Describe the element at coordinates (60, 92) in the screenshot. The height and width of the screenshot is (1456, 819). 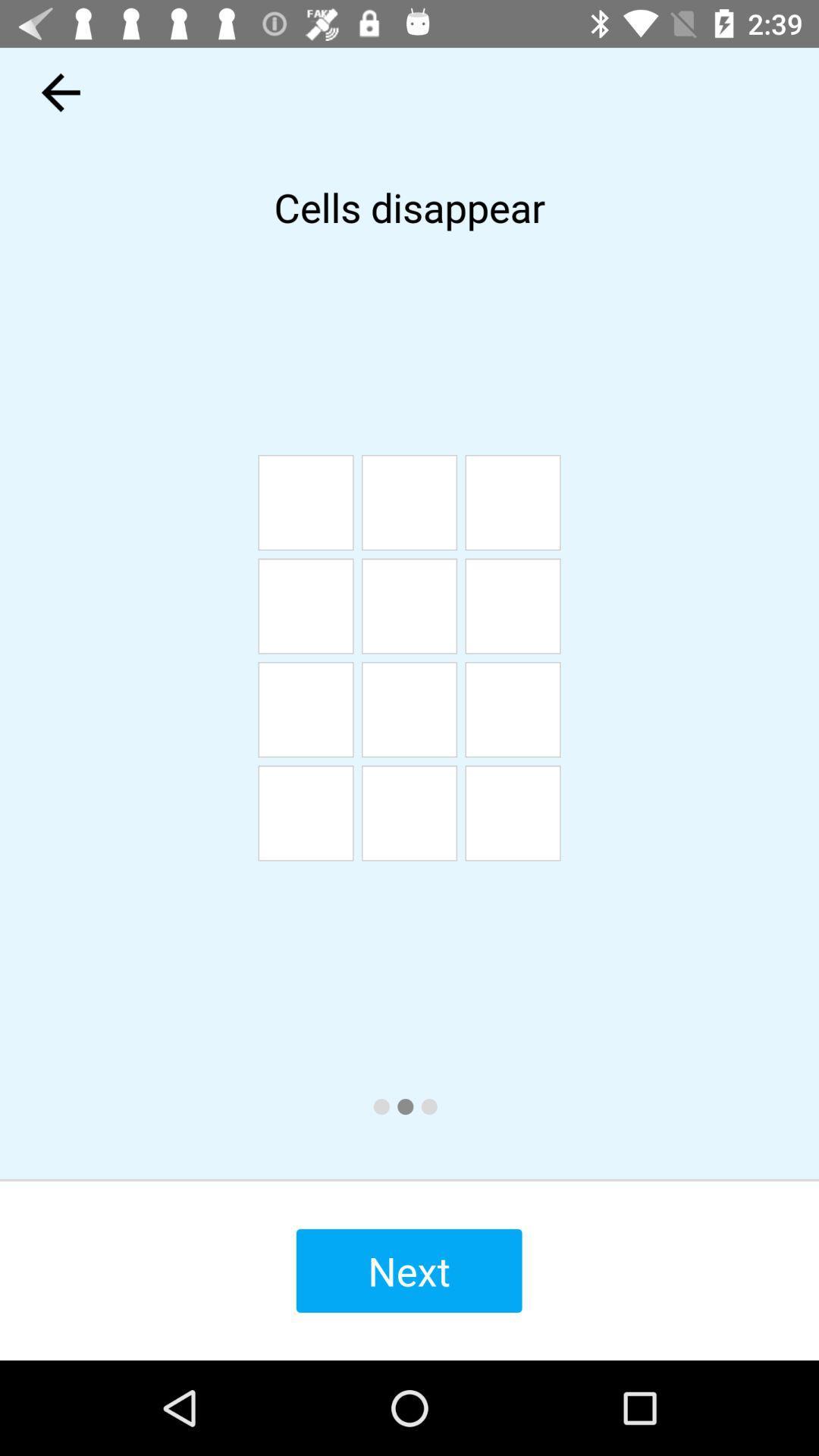
I see `the arrow_backward icon` at that location.